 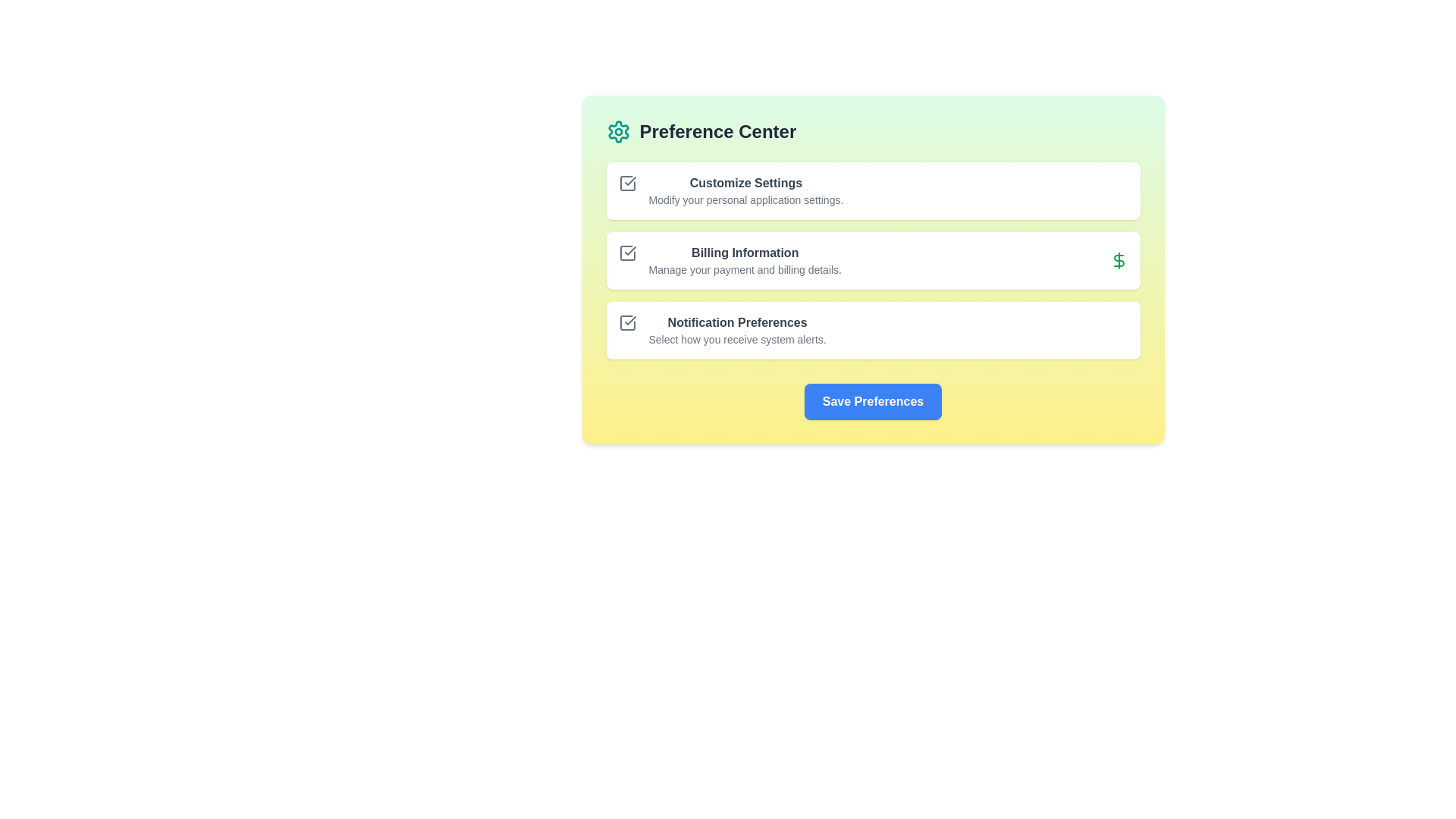 What do you see at coordinates (745, 190) in the screenshot?
I see `the Text block that provides a description and label for modifying personal application settings, located centrally in the topmost card within the 'Preference Center' section` at bounding box center [745, 190].